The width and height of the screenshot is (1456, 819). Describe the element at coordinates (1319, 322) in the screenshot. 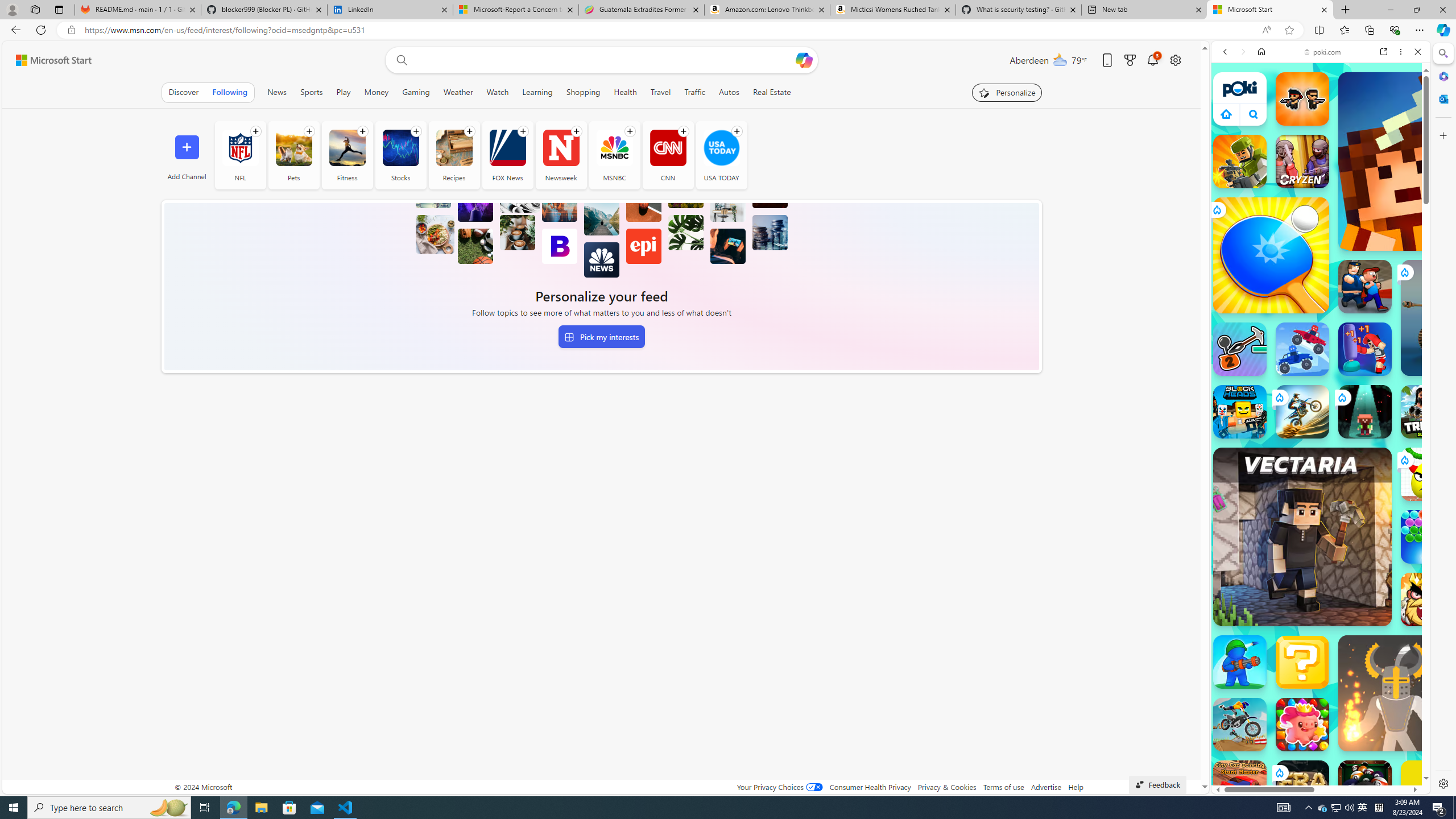

I see `'Two Player Games'` at that location.